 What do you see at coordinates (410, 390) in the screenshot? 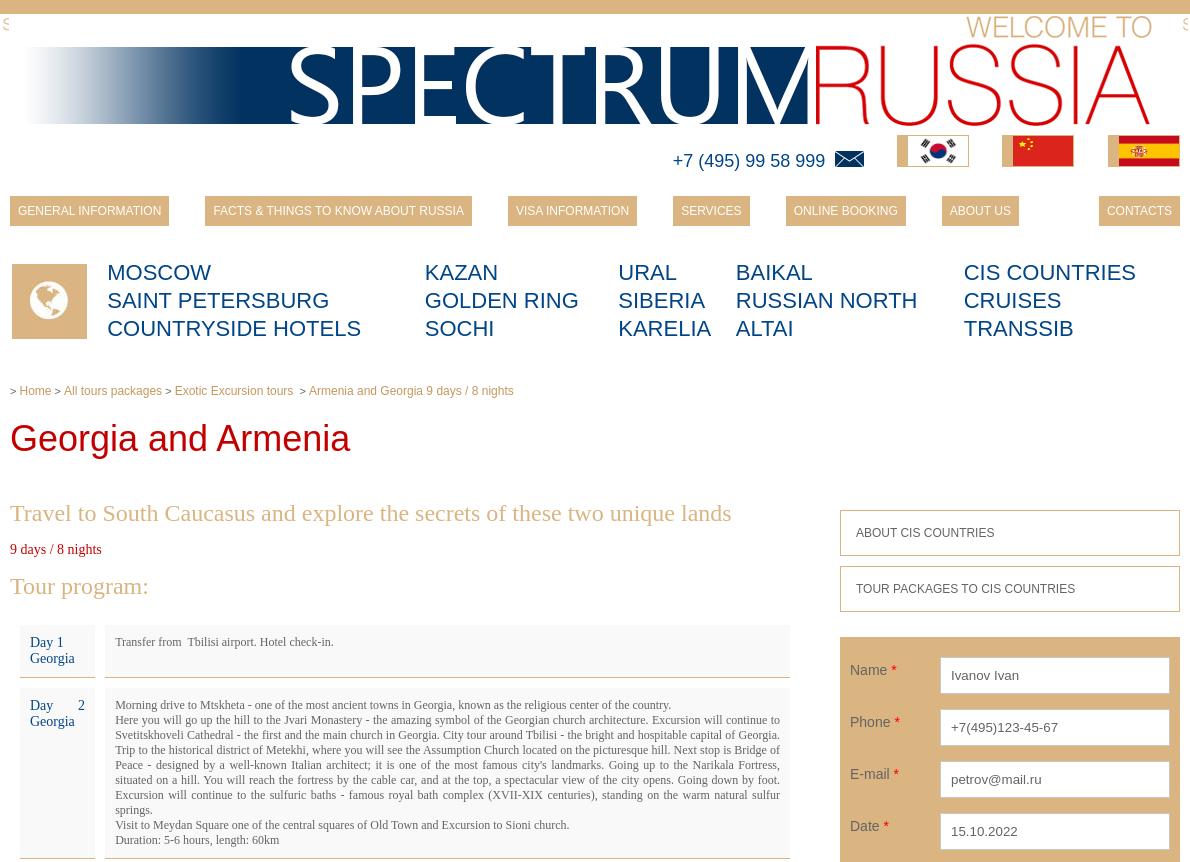
I see `'Armenia and Georgia 9 days / 8 nights'` at bounding box center [410, 390].